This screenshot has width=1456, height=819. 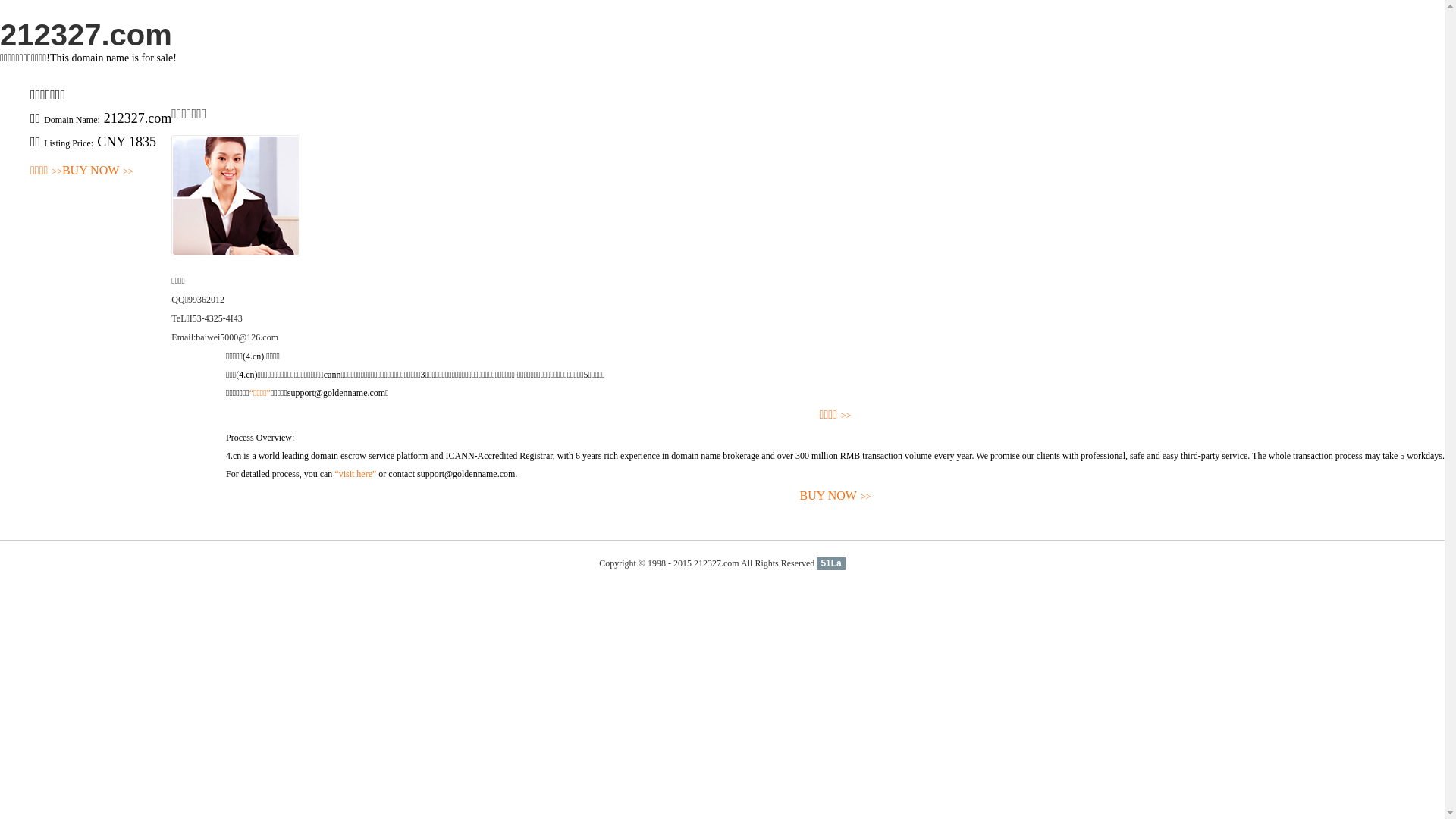 What do you see at coordinates (834, 496) in the screenshot?
I see `'BUY NOW>>'` at bounding box center [834, 496].